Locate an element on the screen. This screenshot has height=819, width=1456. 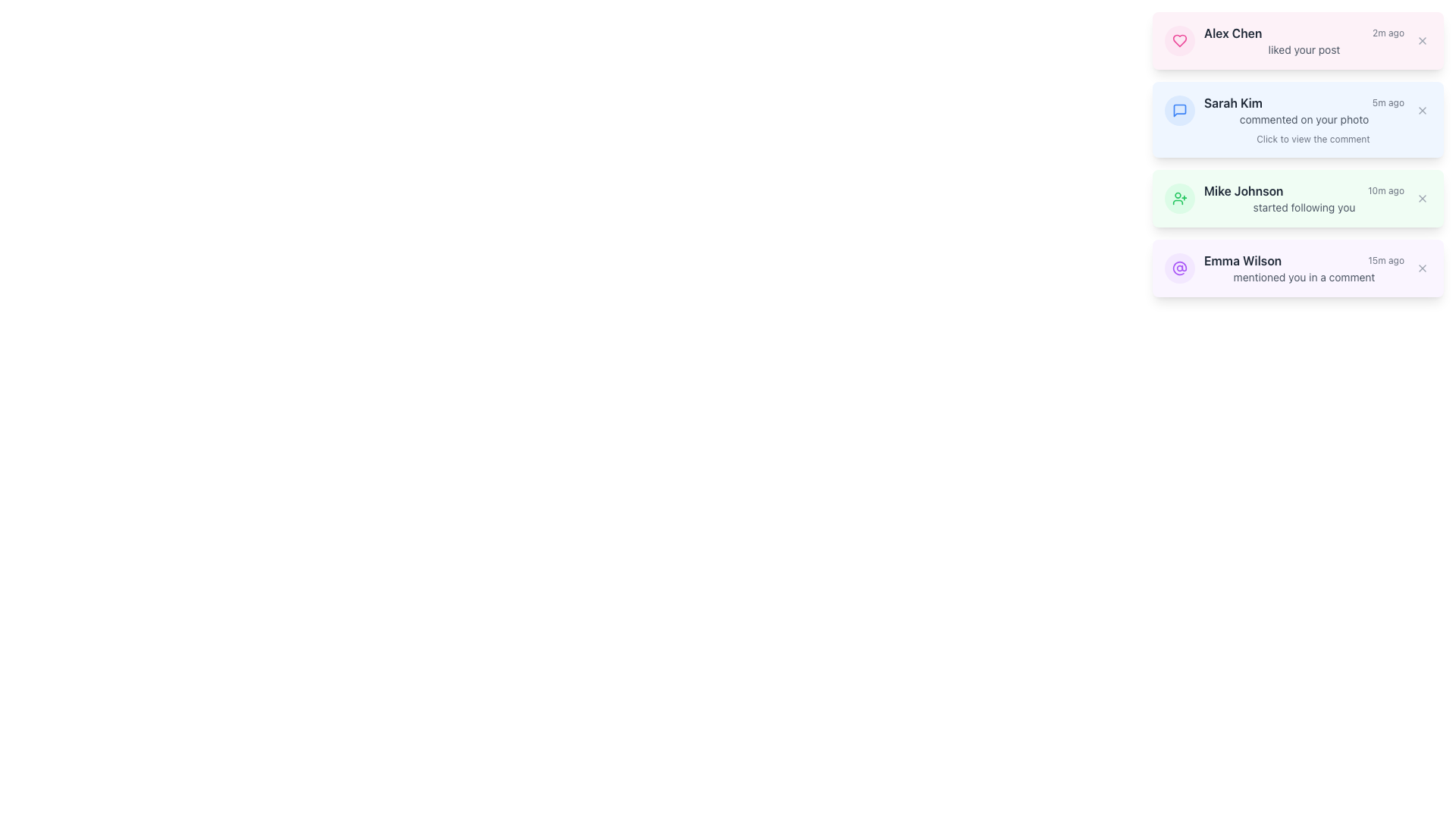
the blue speech bubble icon located in the second notification card from the top of the vertically arranged list is located at coordinates (1178, 110).